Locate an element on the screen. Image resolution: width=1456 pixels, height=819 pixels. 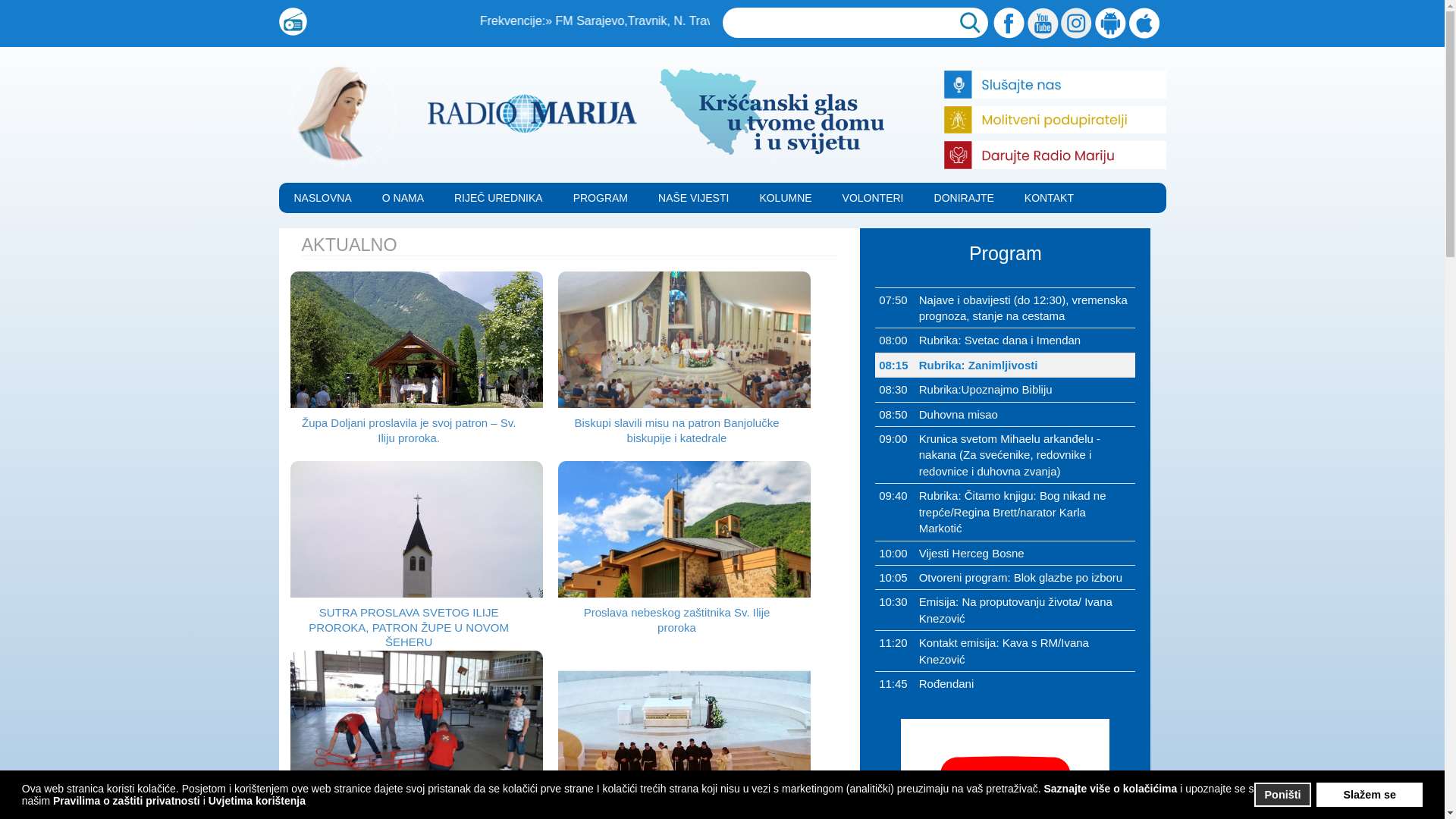
'KOLUMNE' is located at coordinates (785, 197).